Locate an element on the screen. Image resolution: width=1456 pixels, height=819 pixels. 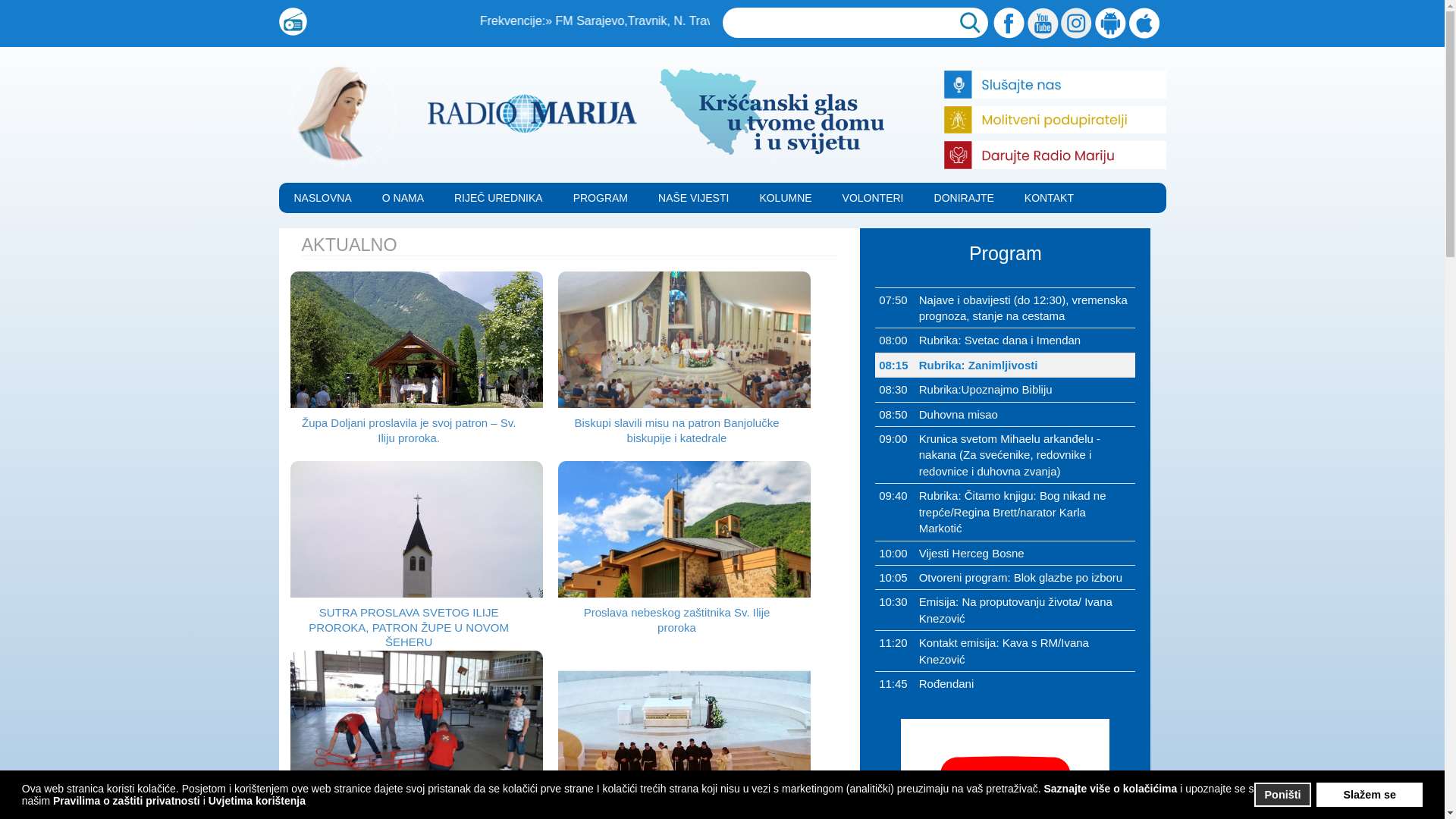
'KOLUMNE' is located at coordinates (785, 197).